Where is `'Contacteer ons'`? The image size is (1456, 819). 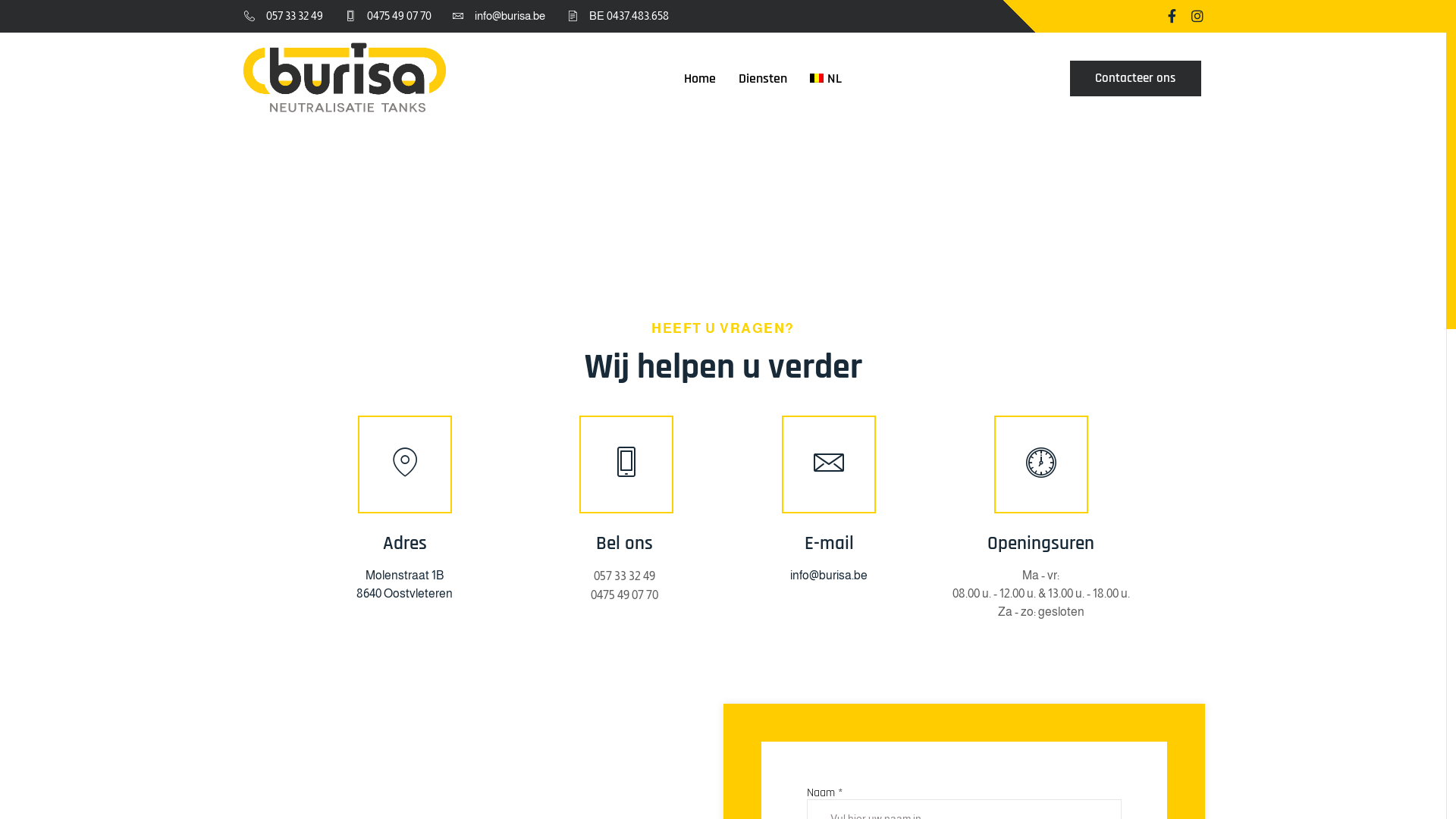 'Contacteer ons' is located at coordinates (1135, 78).